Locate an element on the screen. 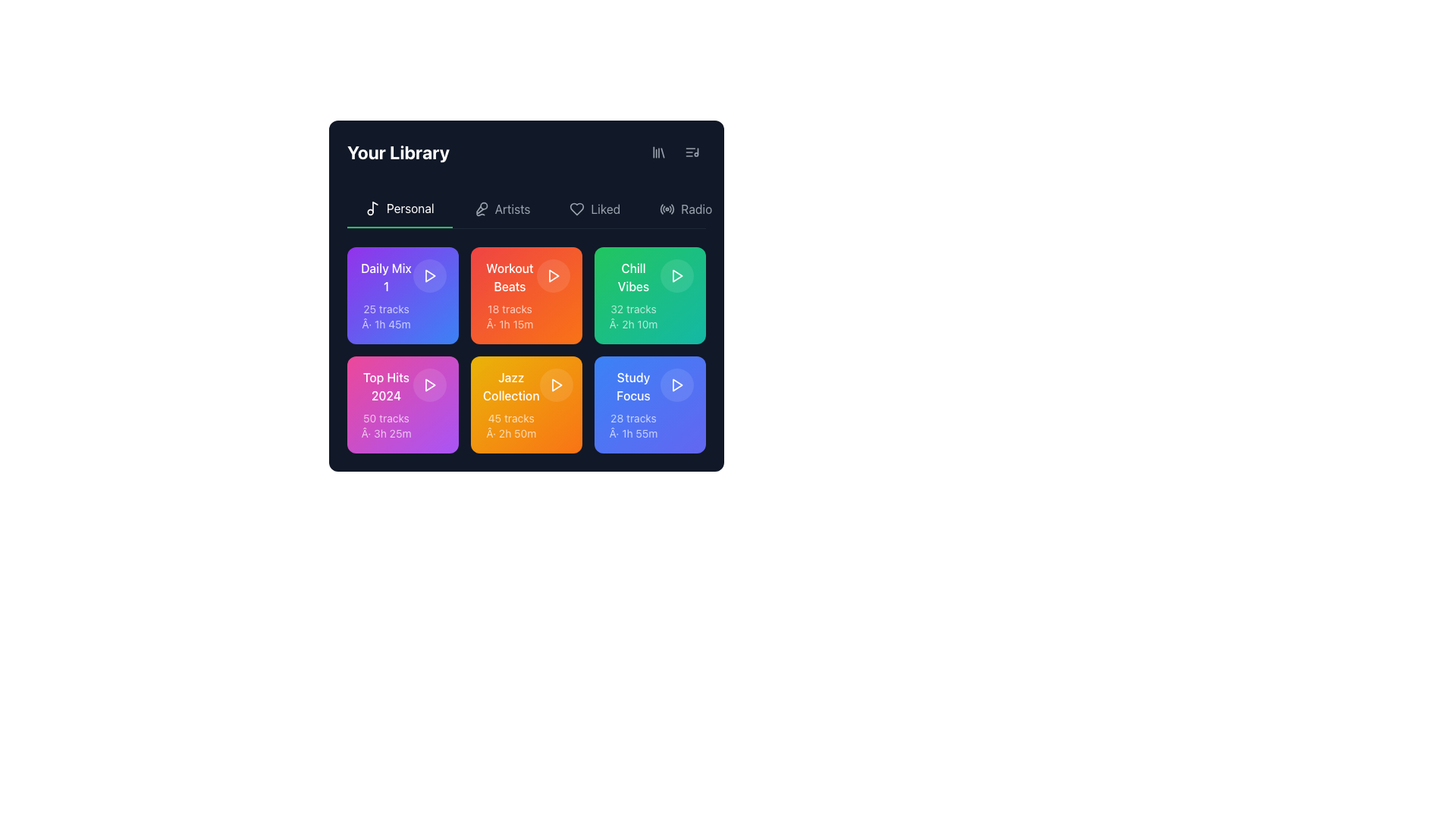 This screenshot has height=819, width=1456. the 'Artists' navigation option in the horizontal navigation bar is located at coordinates (513, 209).